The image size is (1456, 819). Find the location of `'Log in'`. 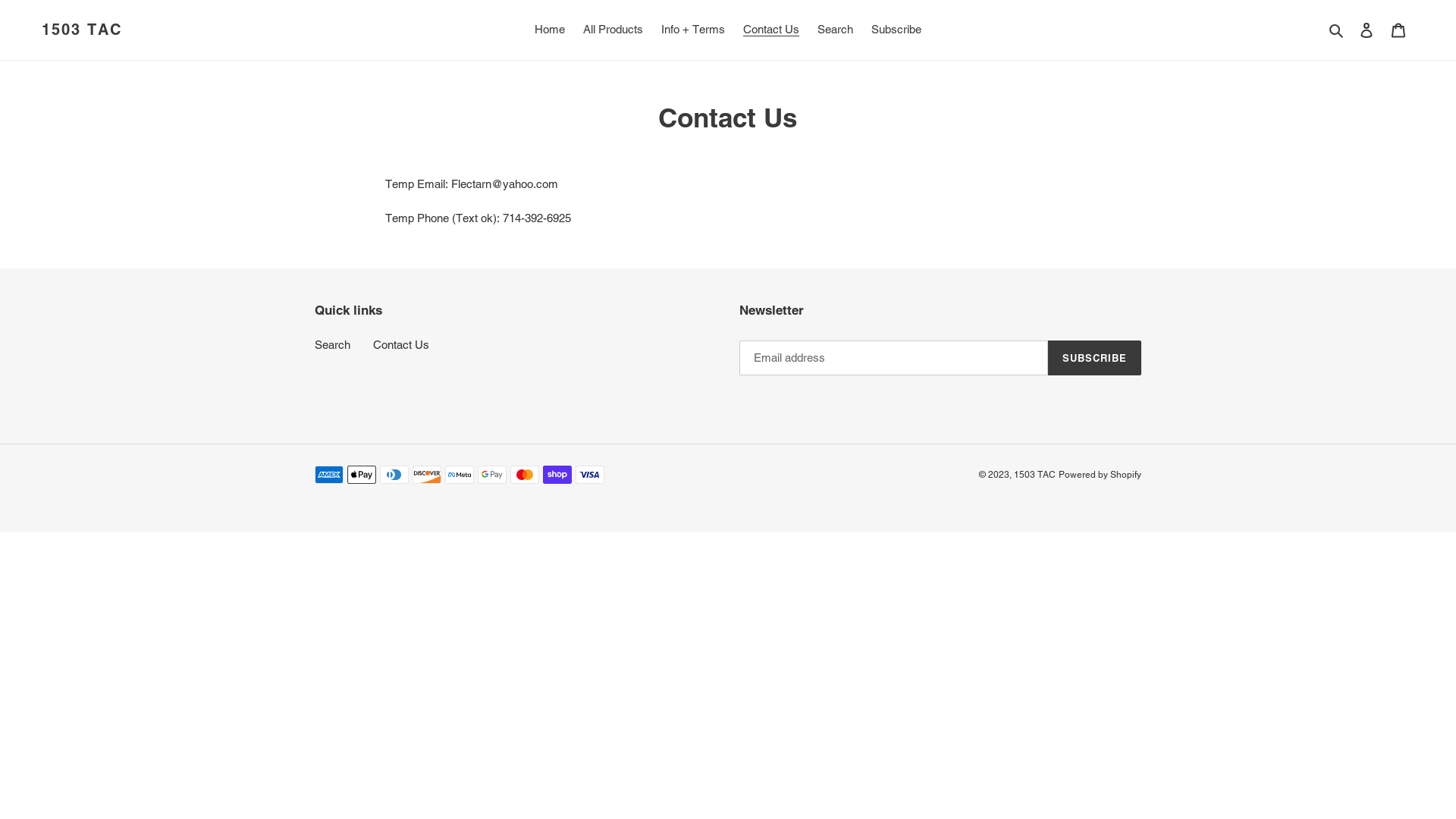

'Log in' is located at coordinates (1350, 30).